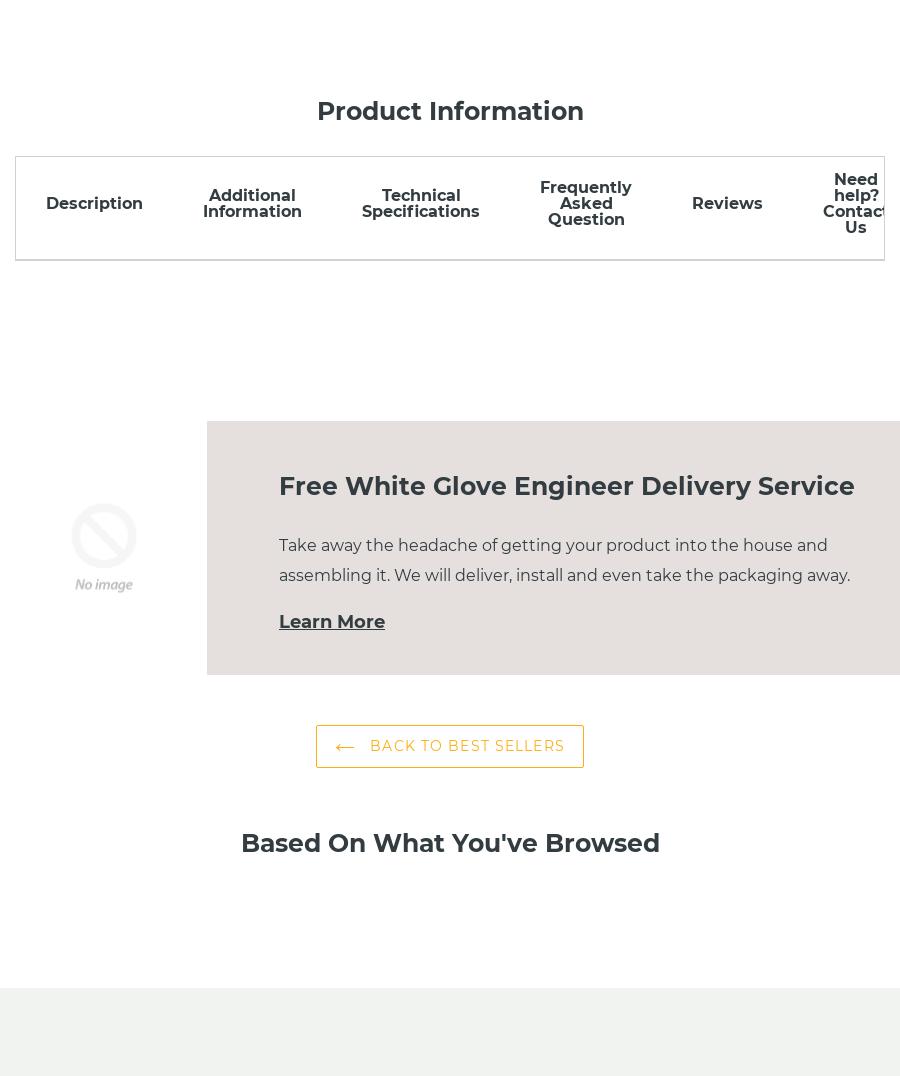  I want to click on 'Need help? Contact Us', so click(855, 202).